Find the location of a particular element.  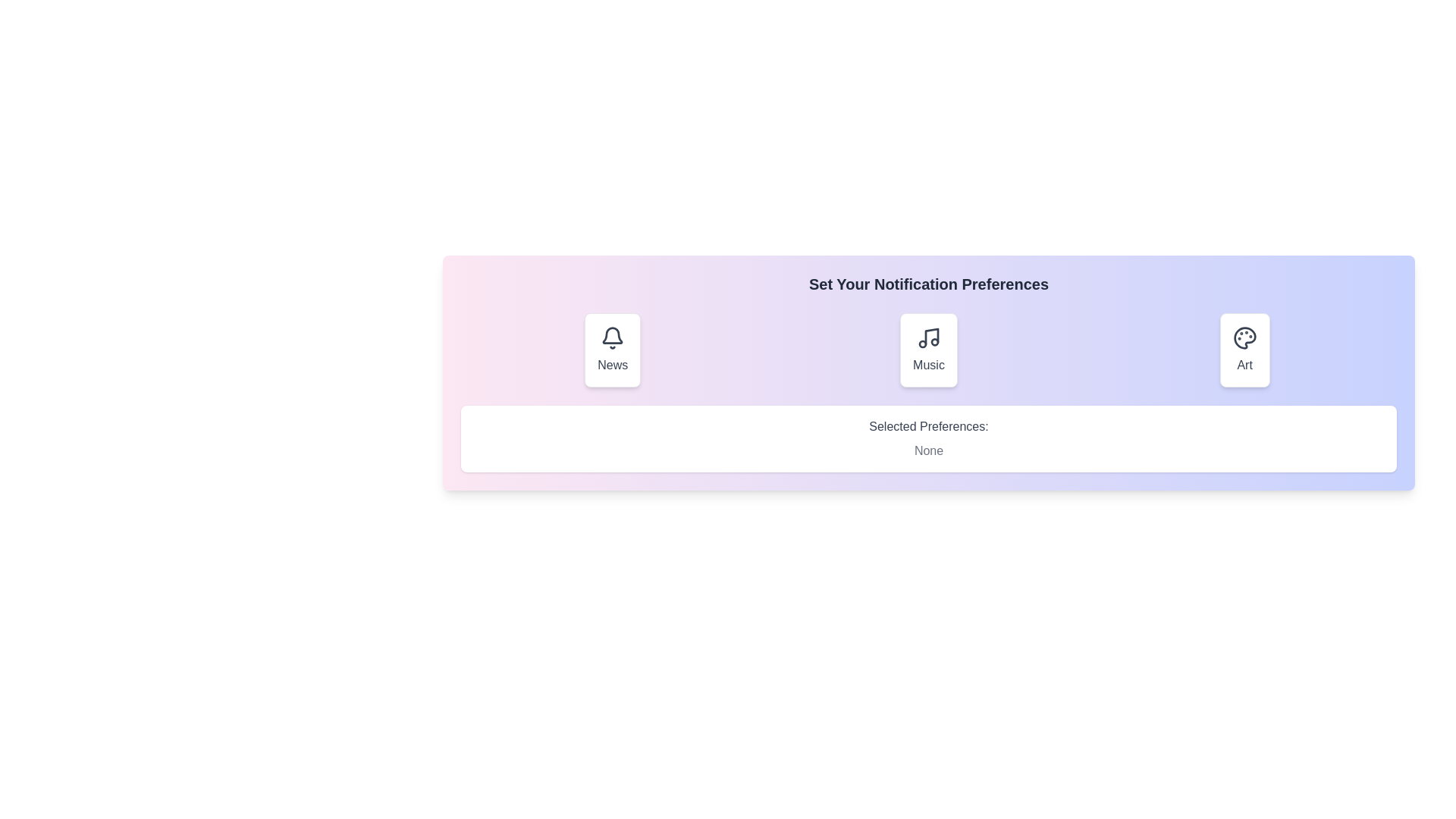

the middle card in the grid layout that has a white background, a musical note icon at the top, and the text 'Music' below it to observe the hover scaling effect is located at coordinates (927, 350).